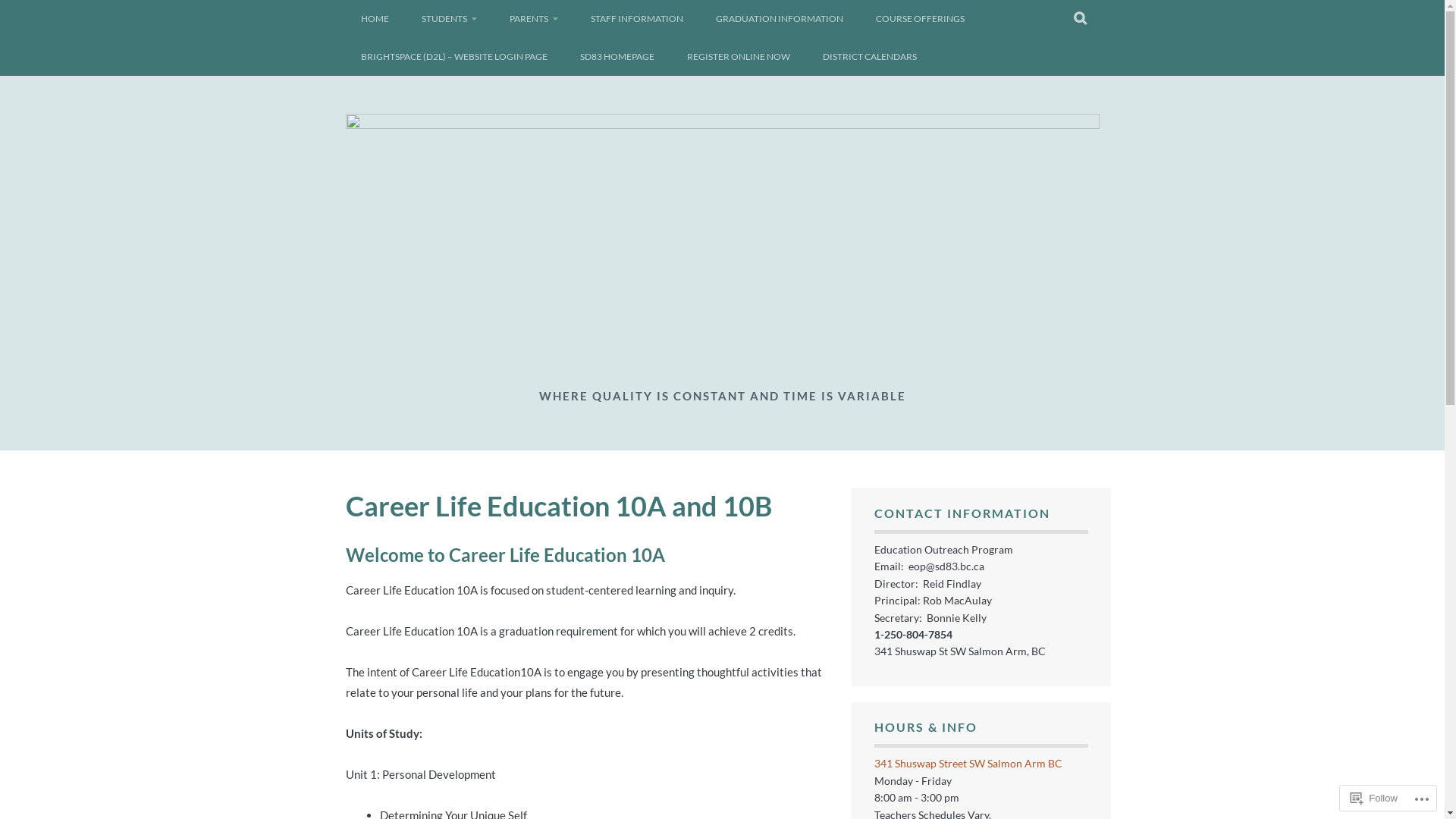 Image resolution: width=1456 pixels, height=819 pixels. Describe the element at coordinates (636, 18) in the screenshot. I see `'STAFF INFORMATION'` at that location.